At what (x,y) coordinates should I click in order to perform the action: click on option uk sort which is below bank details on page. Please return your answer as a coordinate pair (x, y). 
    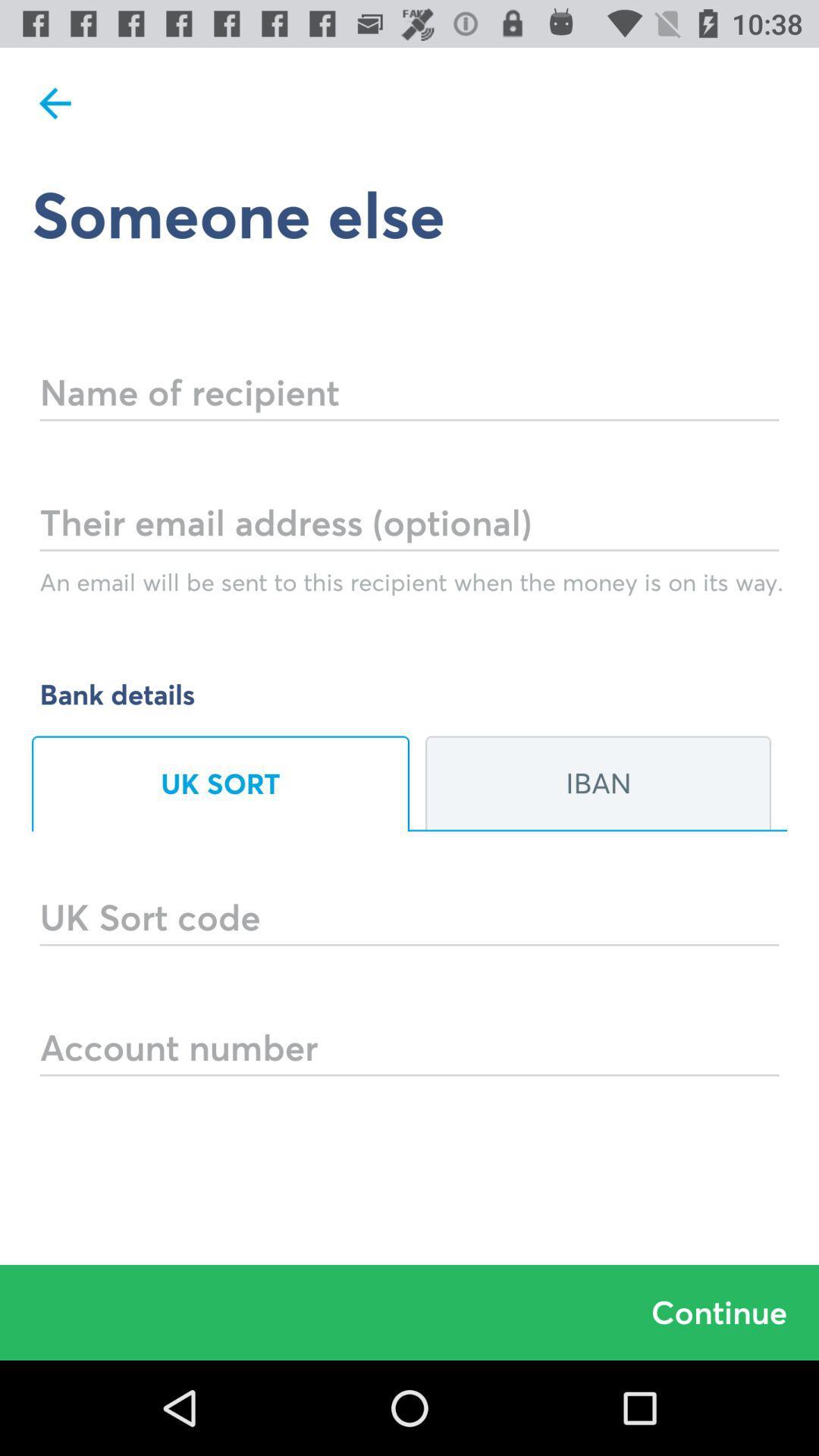
    Looking at the image, I should click on (220, 783).